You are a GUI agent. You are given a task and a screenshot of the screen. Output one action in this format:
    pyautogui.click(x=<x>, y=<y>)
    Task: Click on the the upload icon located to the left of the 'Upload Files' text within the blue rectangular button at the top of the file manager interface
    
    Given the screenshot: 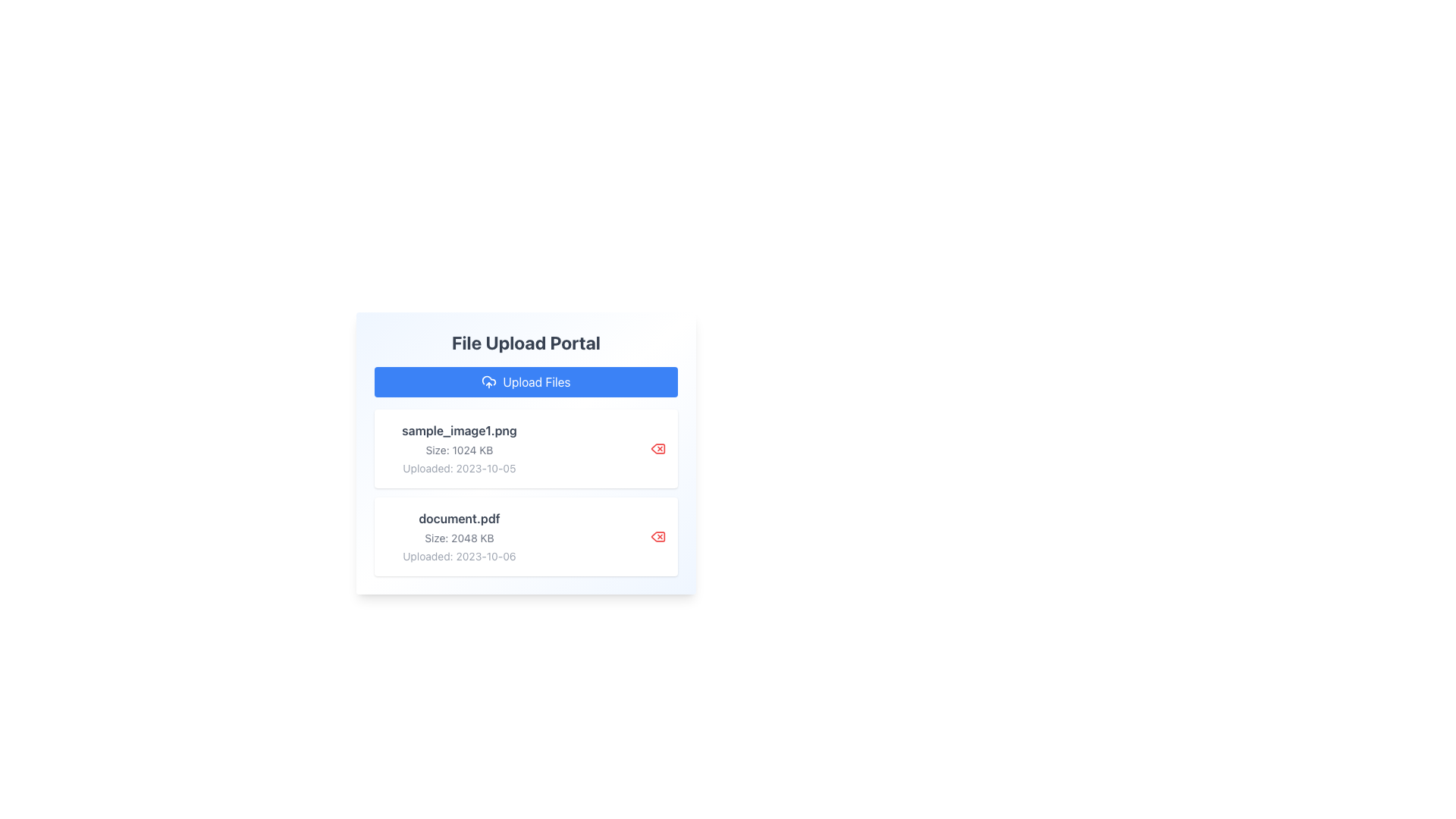 What is the action you would take?
    pyautogui.click(x=489, y=381)
    